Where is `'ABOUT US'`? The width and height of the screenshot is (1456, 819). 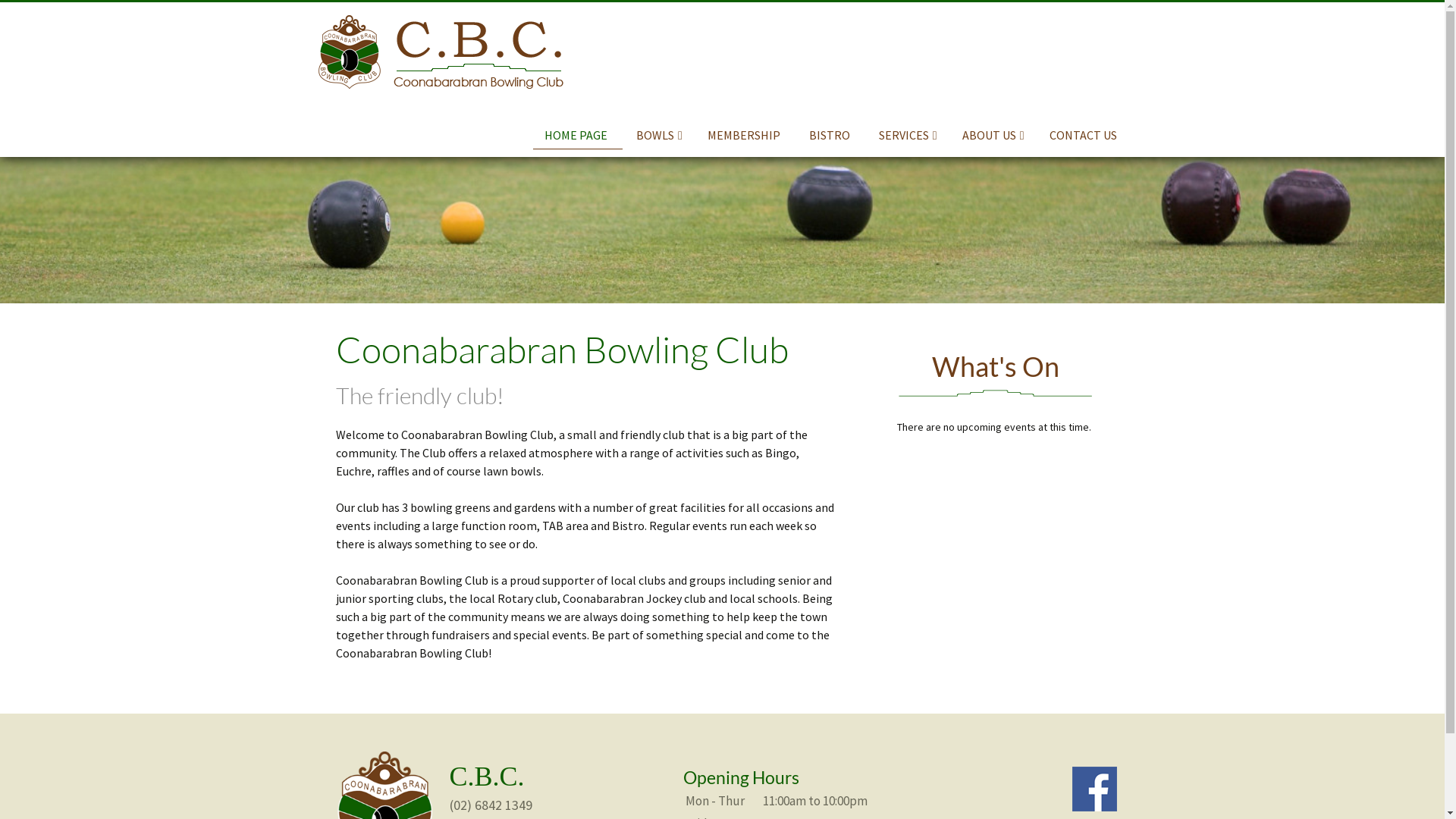
'ABOUT US' is located at coordinates (993, 133).